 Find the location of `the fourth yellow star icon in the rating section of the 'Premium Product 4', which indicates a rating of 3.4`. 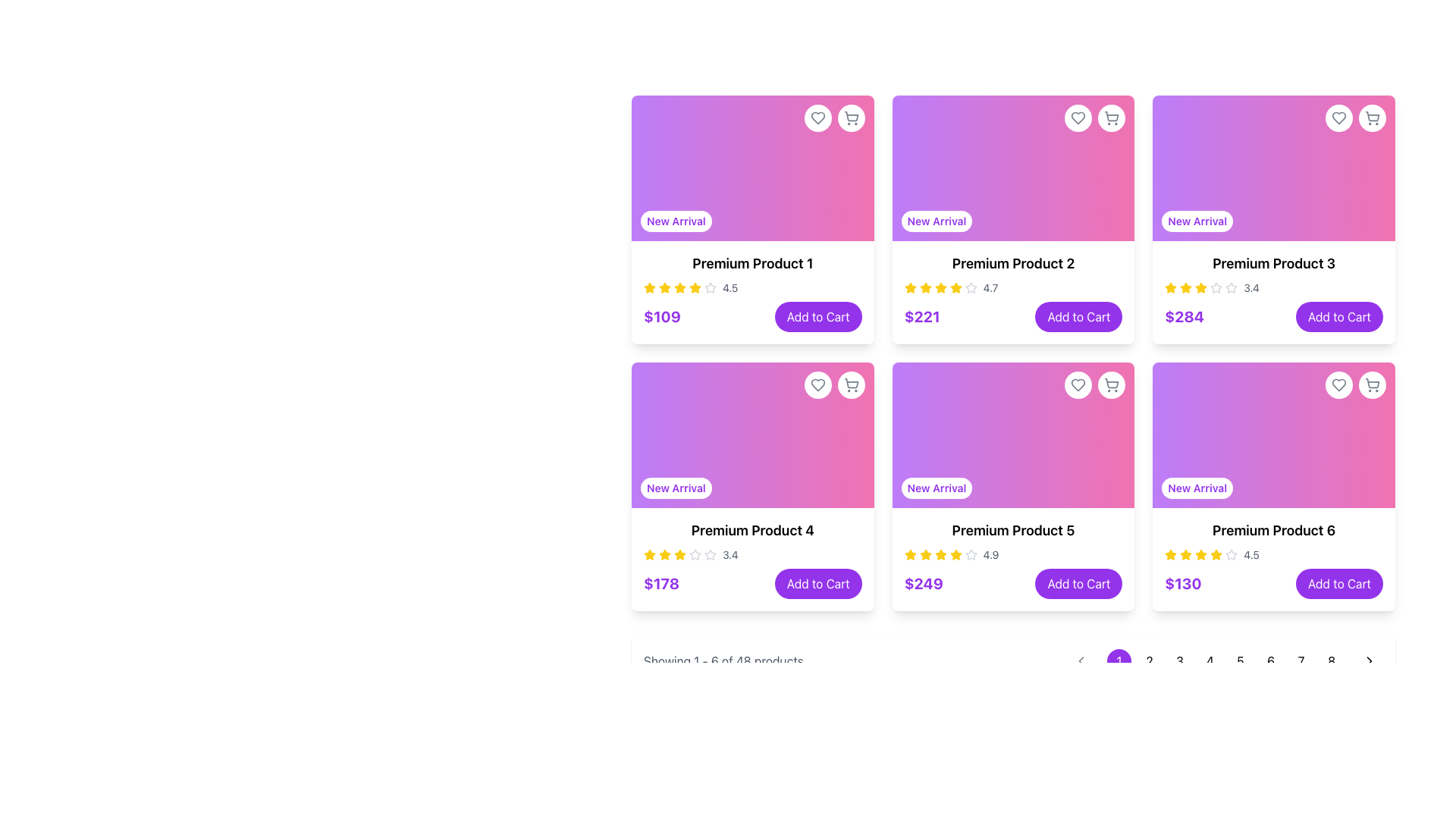

the fourth yellow star icon in the rating section of the 'Premium Product 4', which indicates a rating of 3.4 is located at coordinates (679, 555).